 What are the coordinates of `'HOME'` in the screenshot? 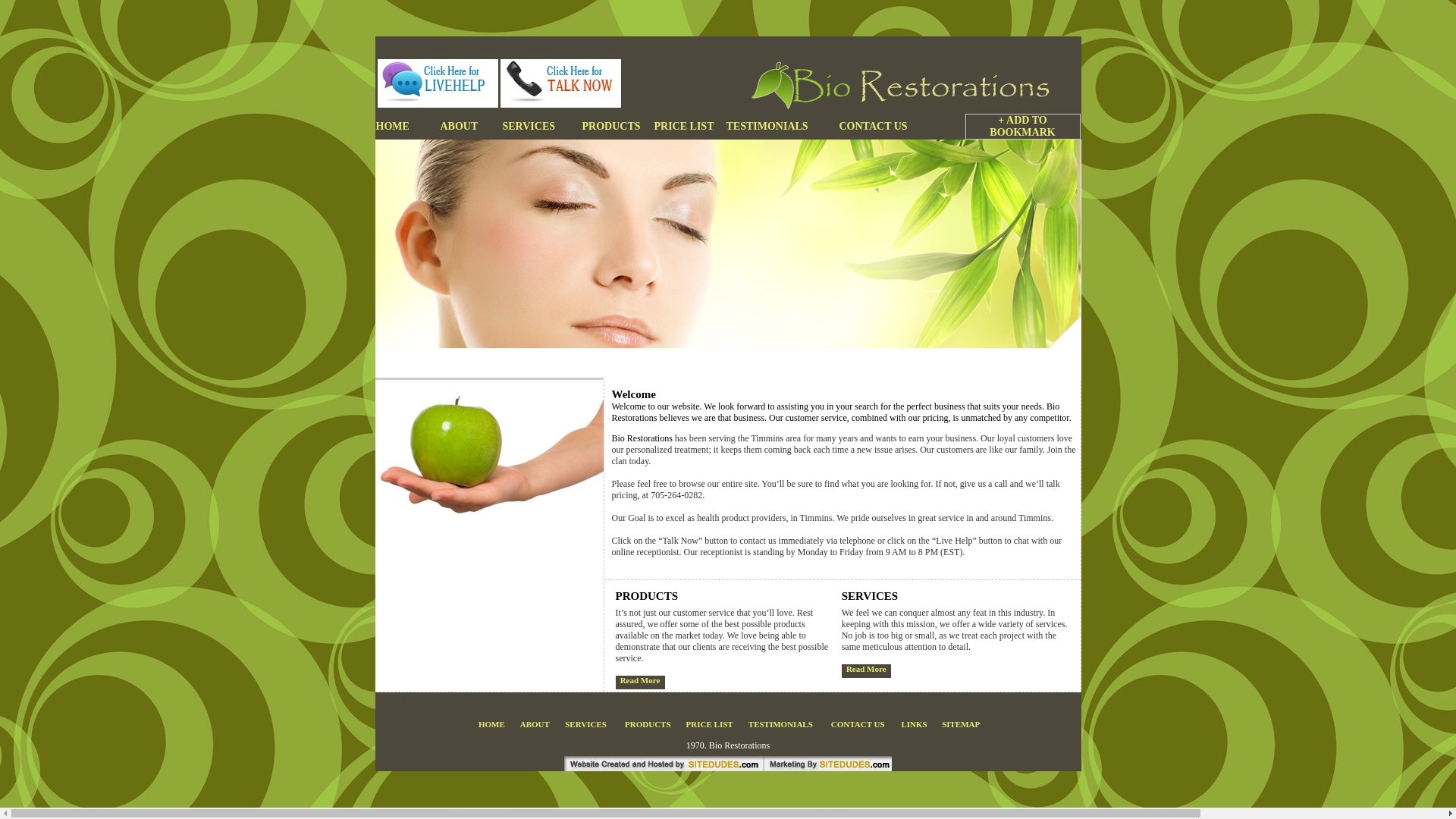 It's located at (491, 723).